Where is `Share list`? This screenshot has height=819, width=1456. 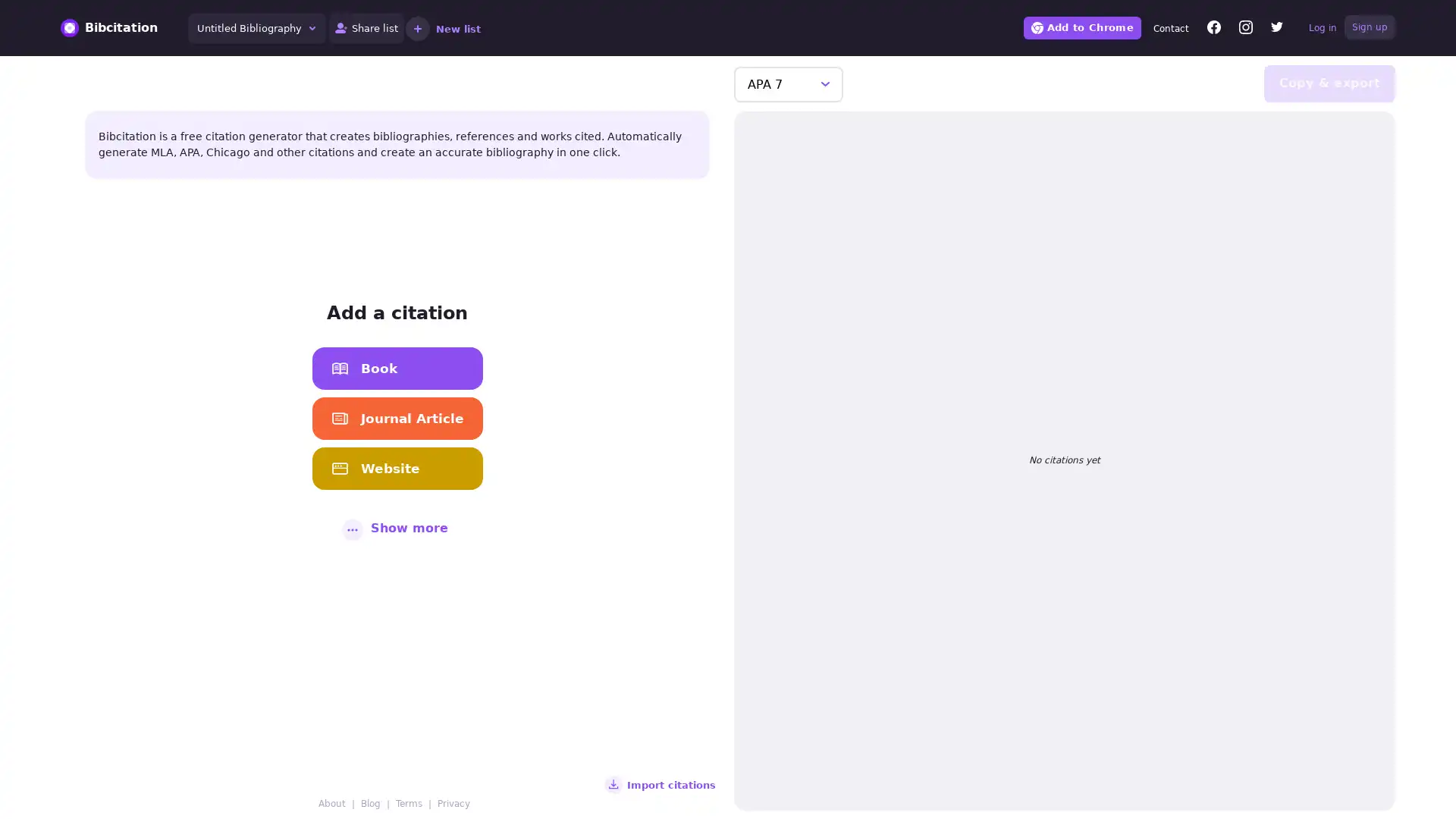
Share list is located at coordinates (366, 28).